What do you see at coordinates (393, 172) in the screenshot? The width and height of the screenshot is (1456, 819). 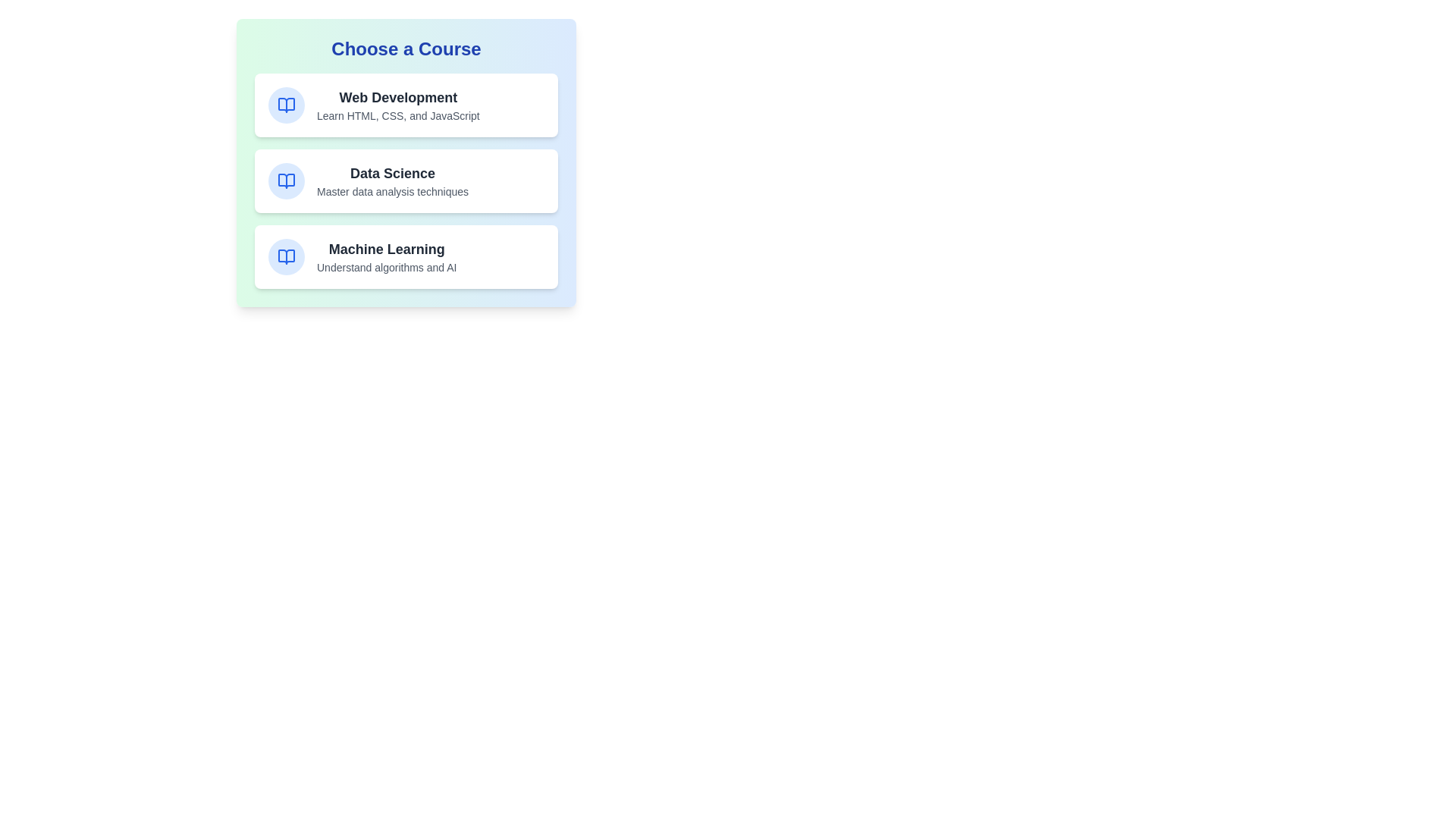 I see `the 'Data Science' label, which is prominently styled in bold and larger font size, positioned above the descriptive text in the center entry of a vertical list of course items` at bounding box center [393, 172].